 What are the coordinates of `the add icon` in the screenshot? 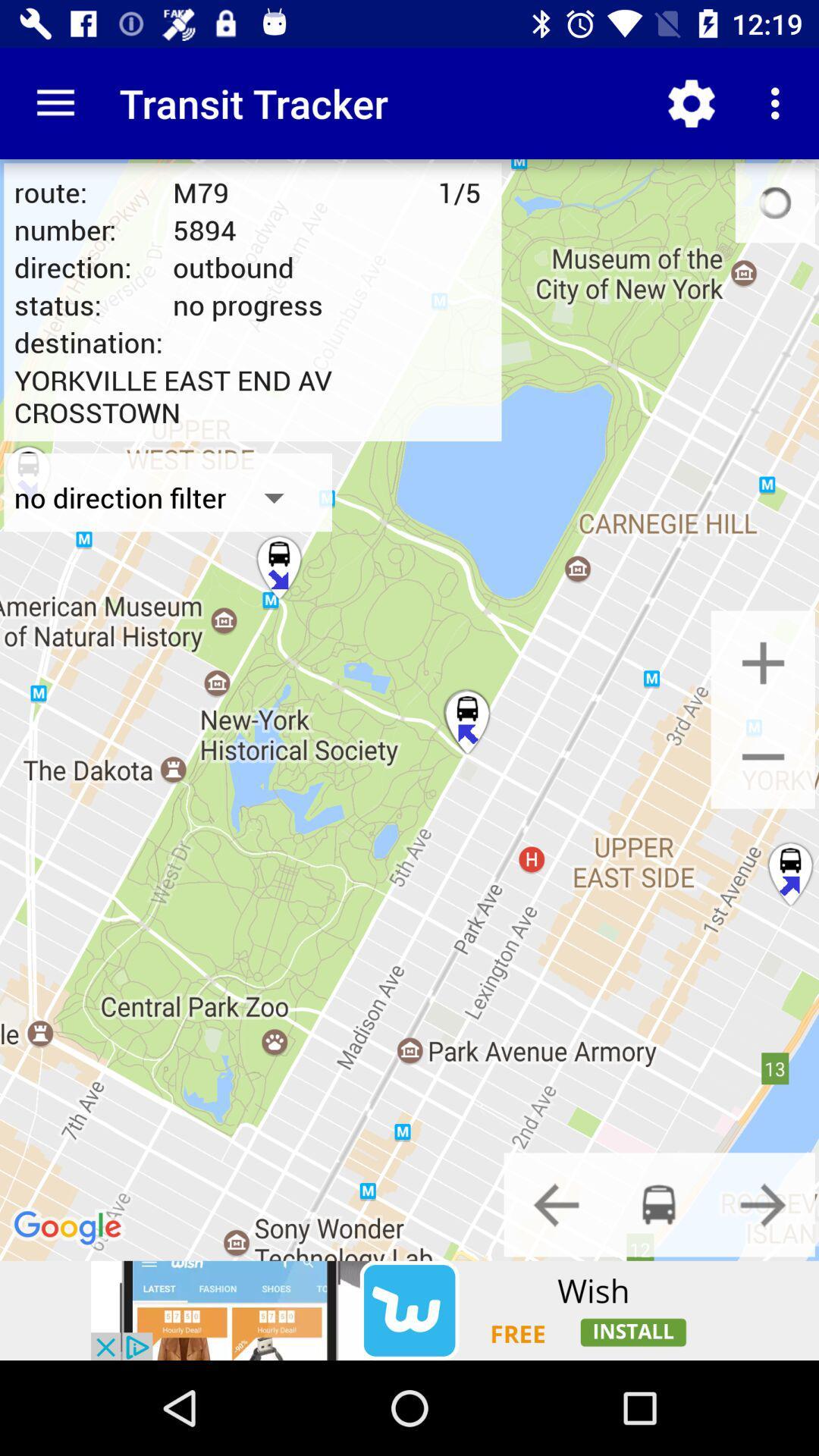 It's located at (763, 663).